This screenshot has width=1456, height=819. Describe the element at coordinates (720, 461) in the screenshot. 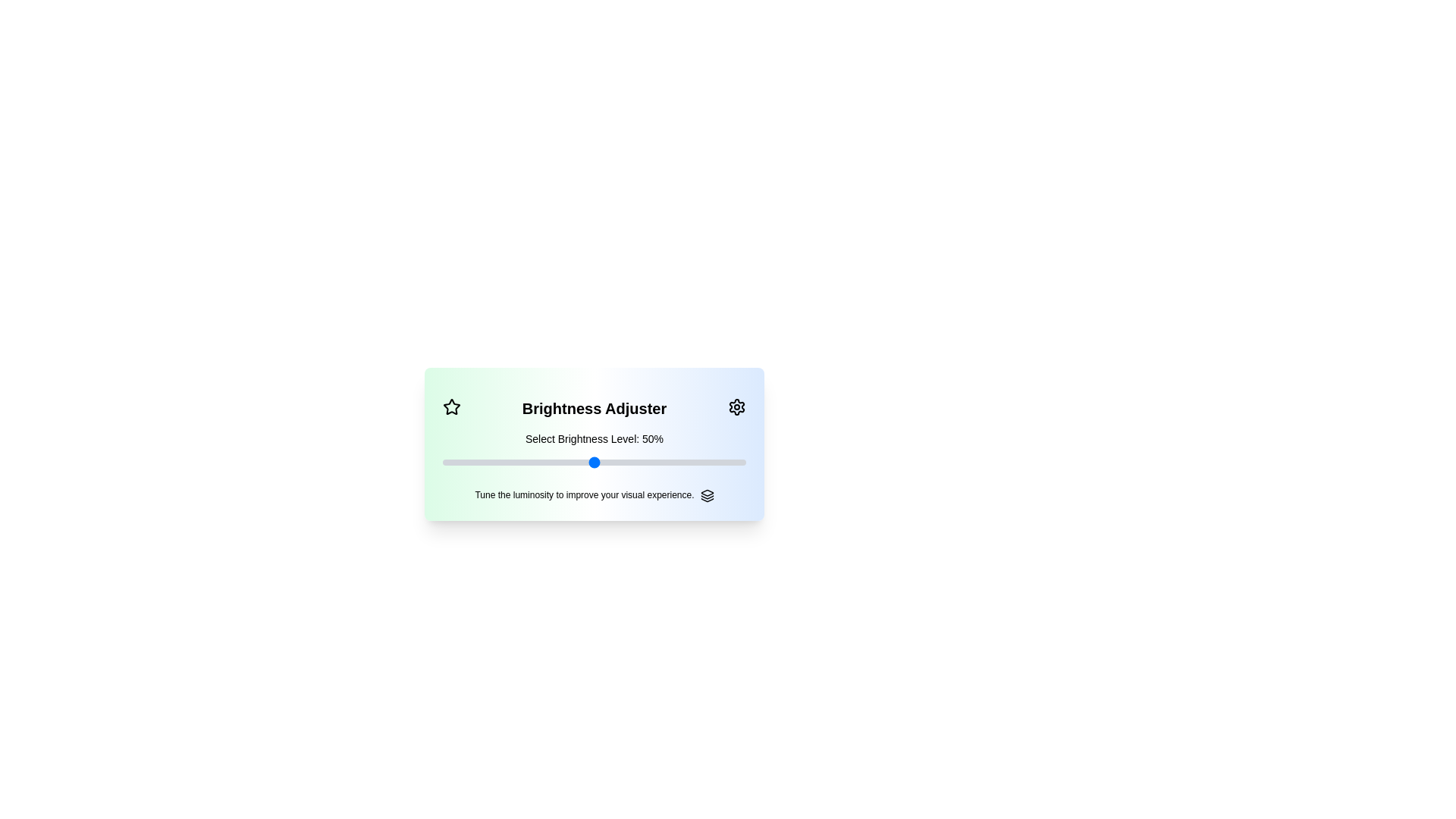

I see `the brightness level to 92% by moving the slider` at that location.